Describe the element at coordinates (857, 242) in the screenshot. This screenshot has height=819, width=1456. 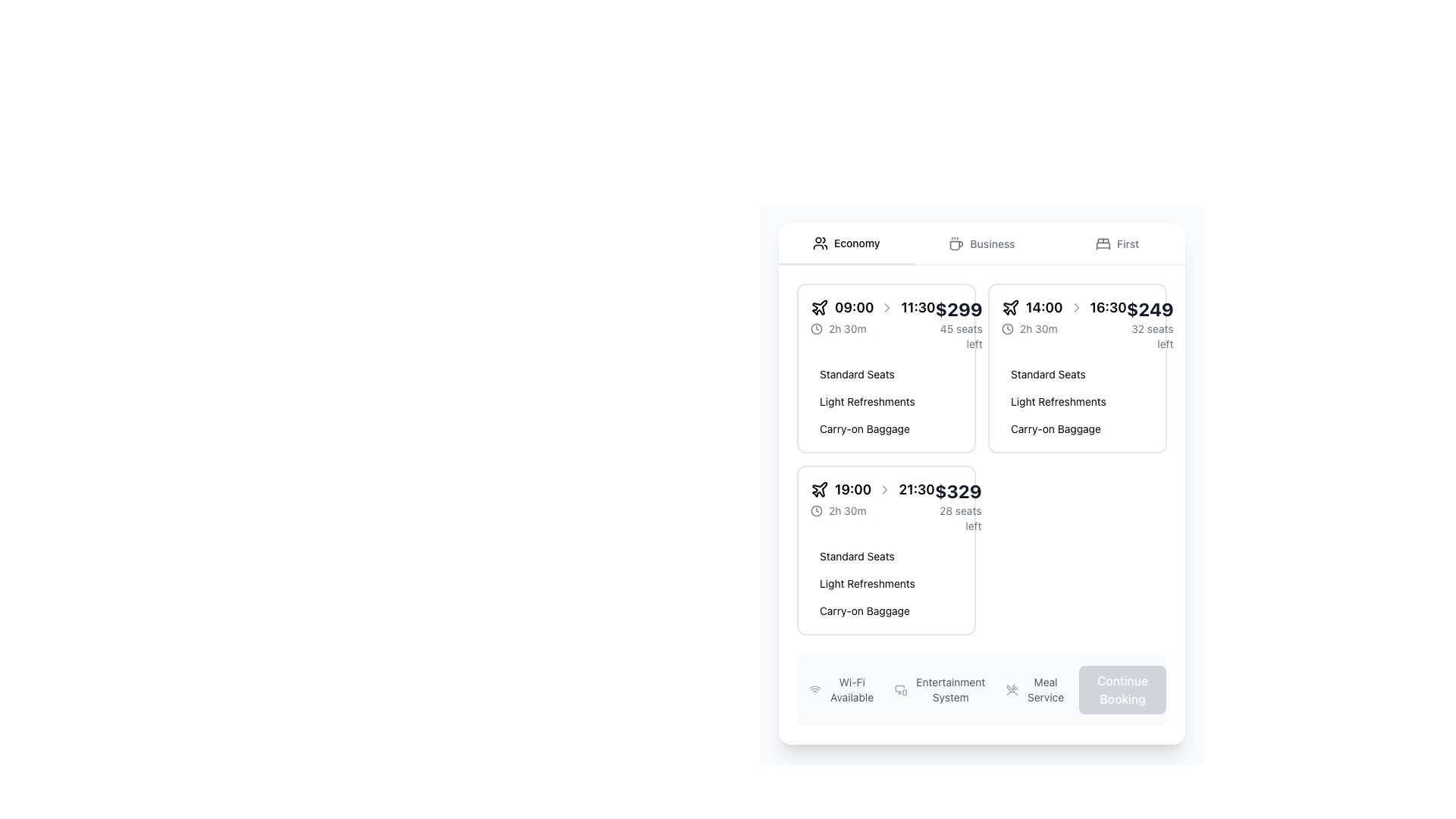
I see `the 'Economy' text label in the horizontal navigation bar` at that location.